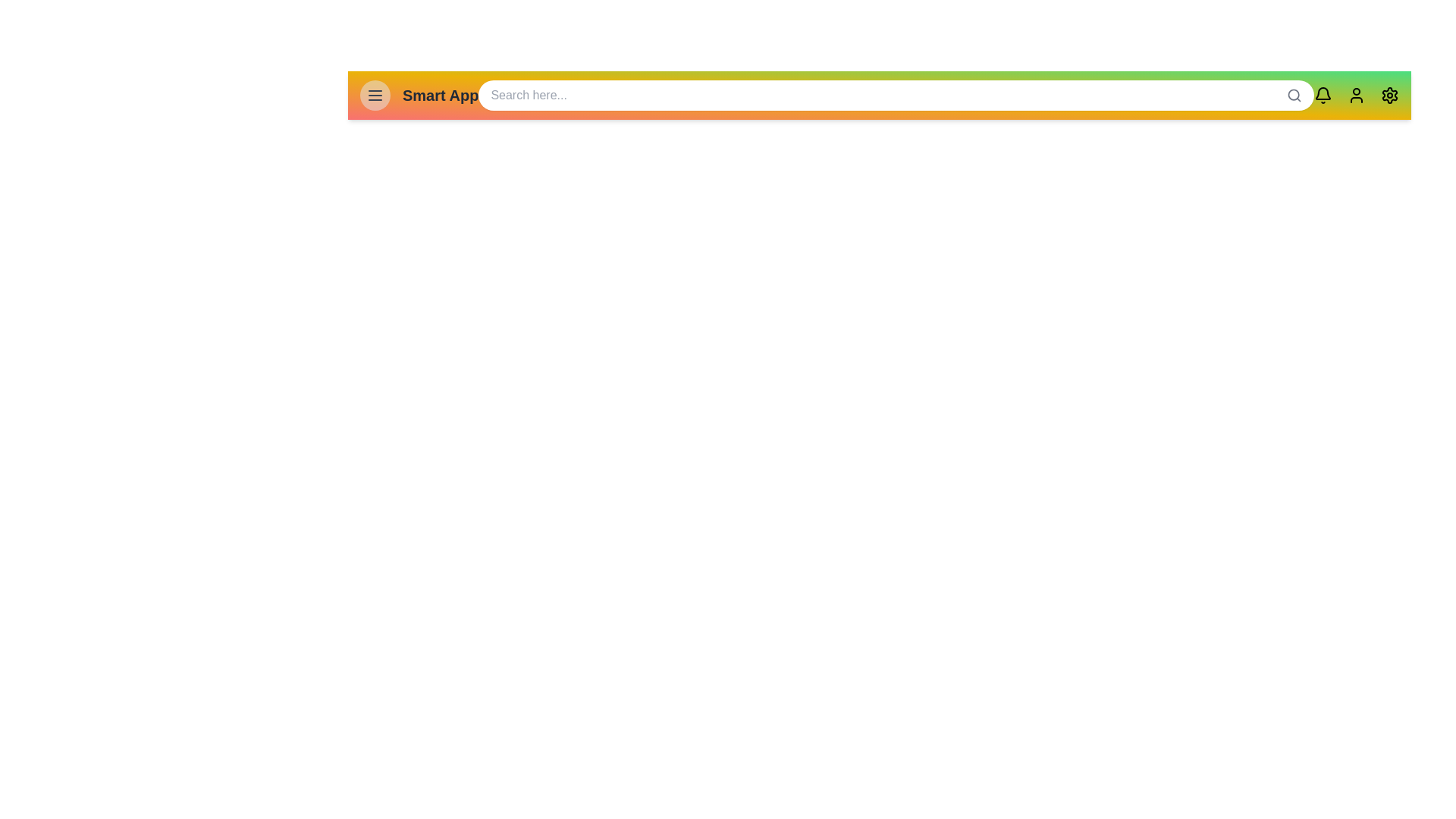 The height and width of the screenshot is (819, 1456). I want to click on the search bar and type 'query', so click(896, 96).